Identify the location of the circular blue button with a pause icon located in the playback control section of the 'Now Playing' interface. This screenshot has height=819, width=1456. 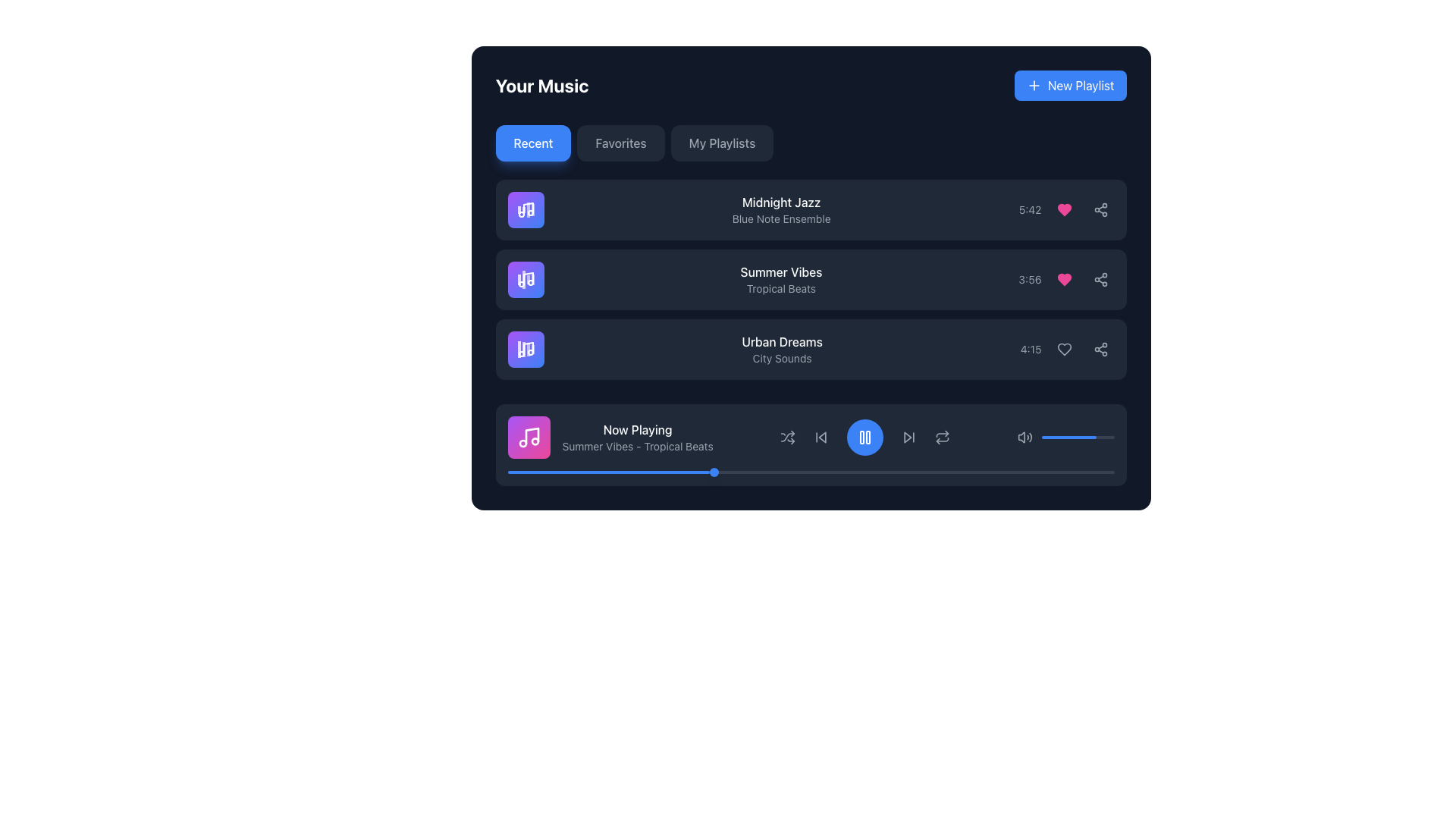
(865, 438).